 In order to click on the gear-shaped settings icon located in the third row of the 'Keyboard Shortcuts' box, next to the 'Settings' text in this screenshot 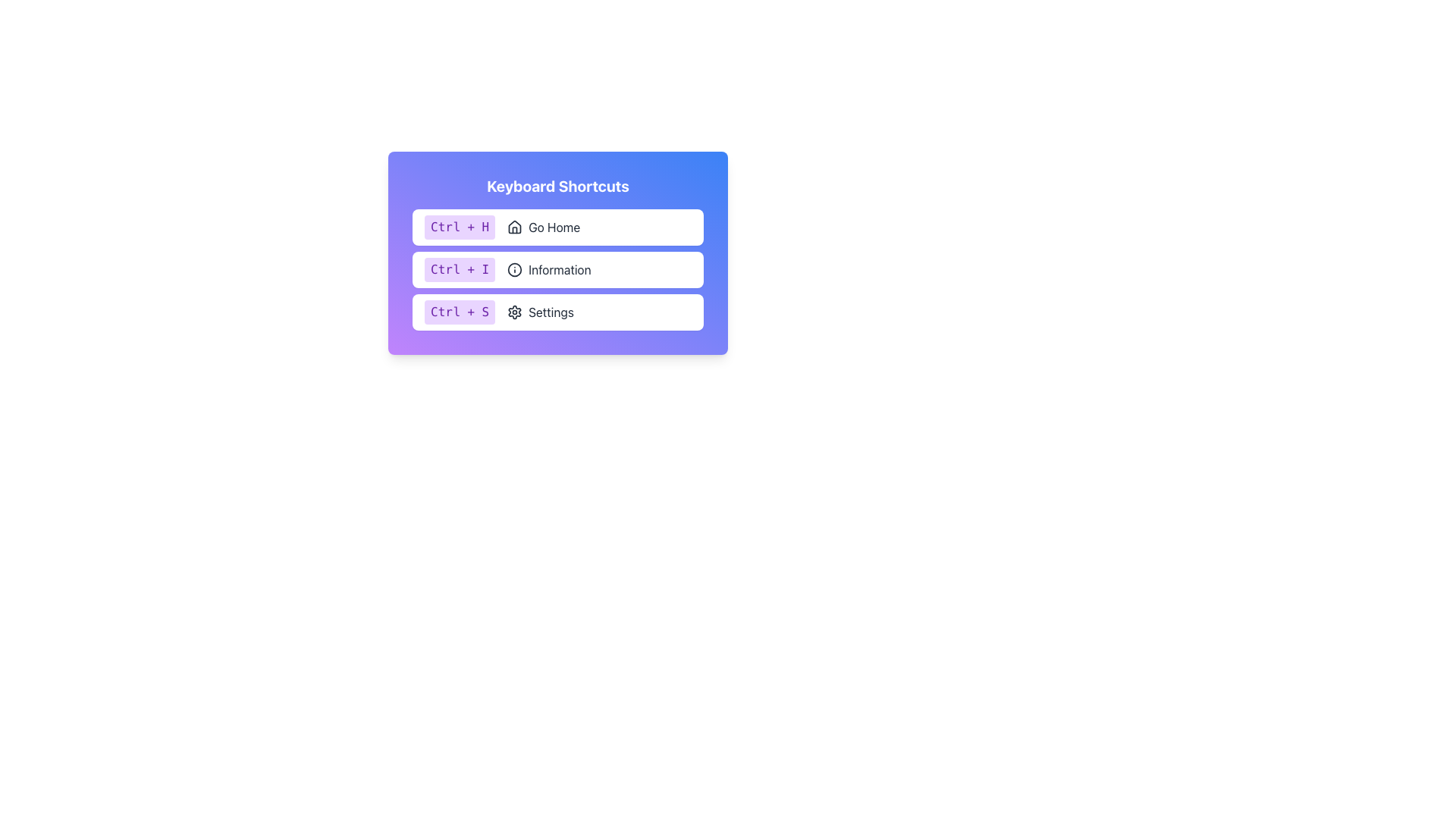, I will do `click(515, 312)`.